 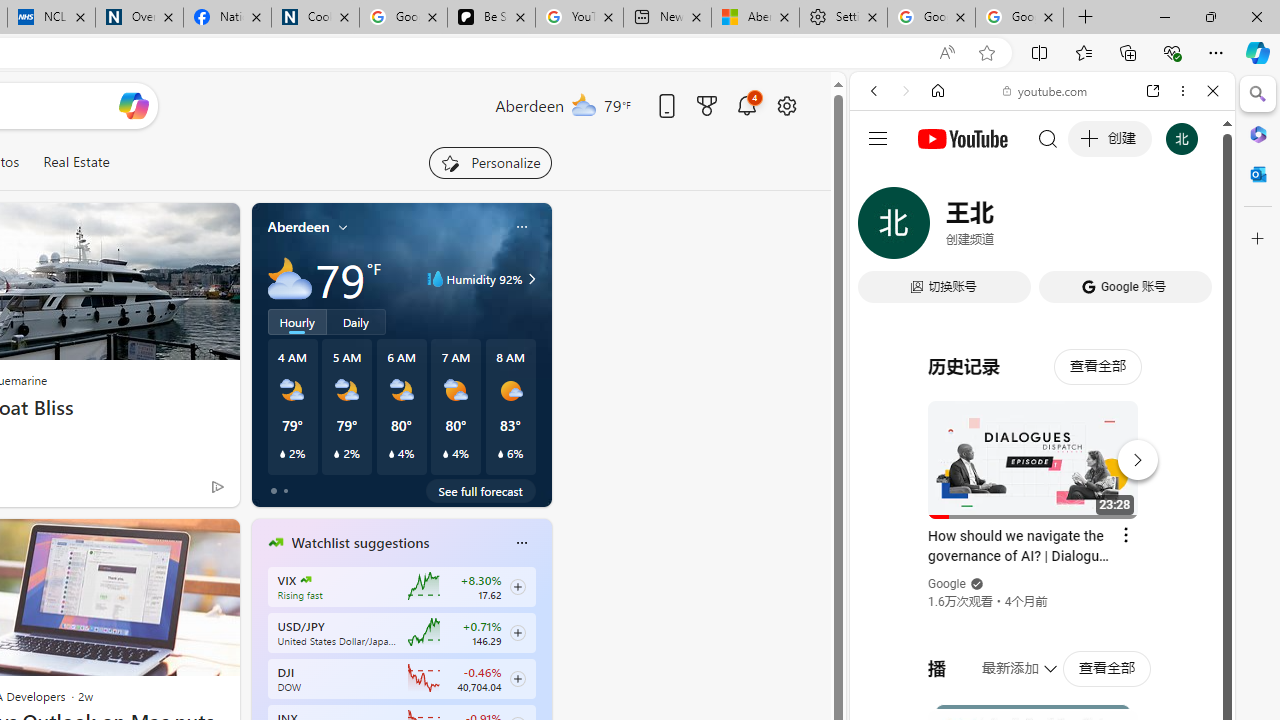 What do you see at coordinates (76, 161) in the screenshot?
I see `'Real Estate'` at bounding box center [76, 161].